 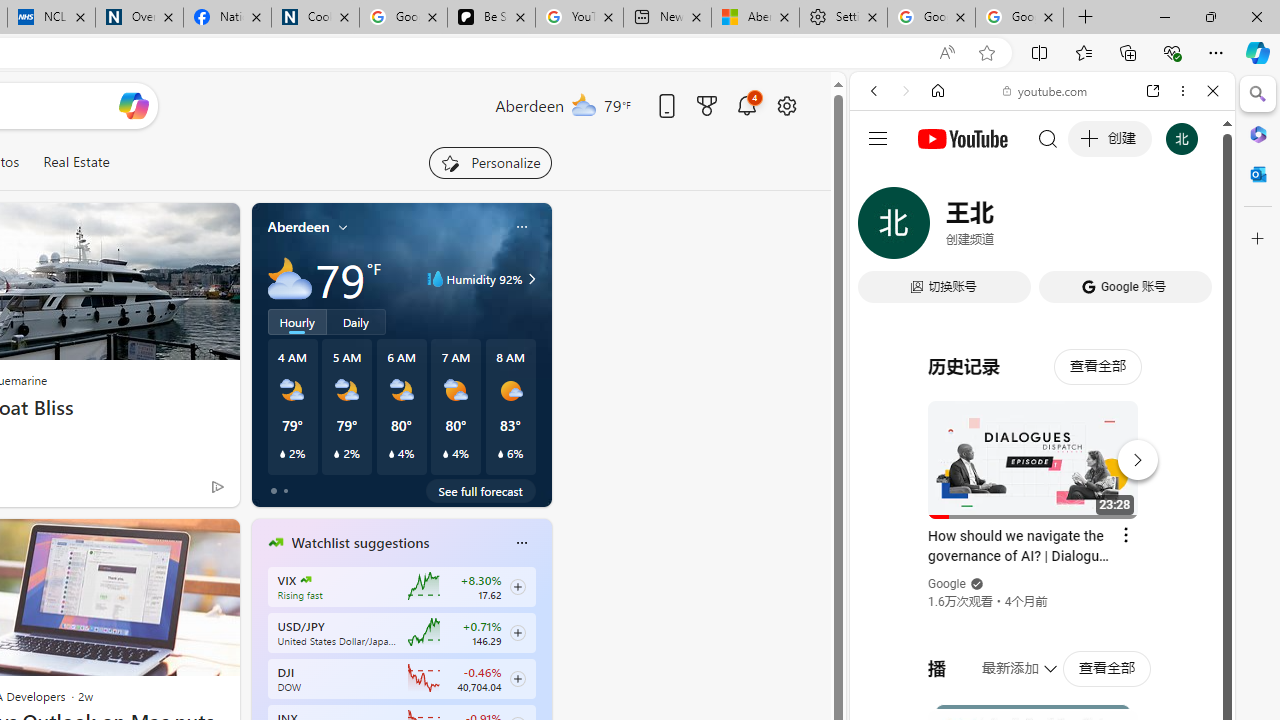 What do you see at coordinates (76, 161) in the screenshot?
I see `'Real Estate'` at bounding box center [76, 161].